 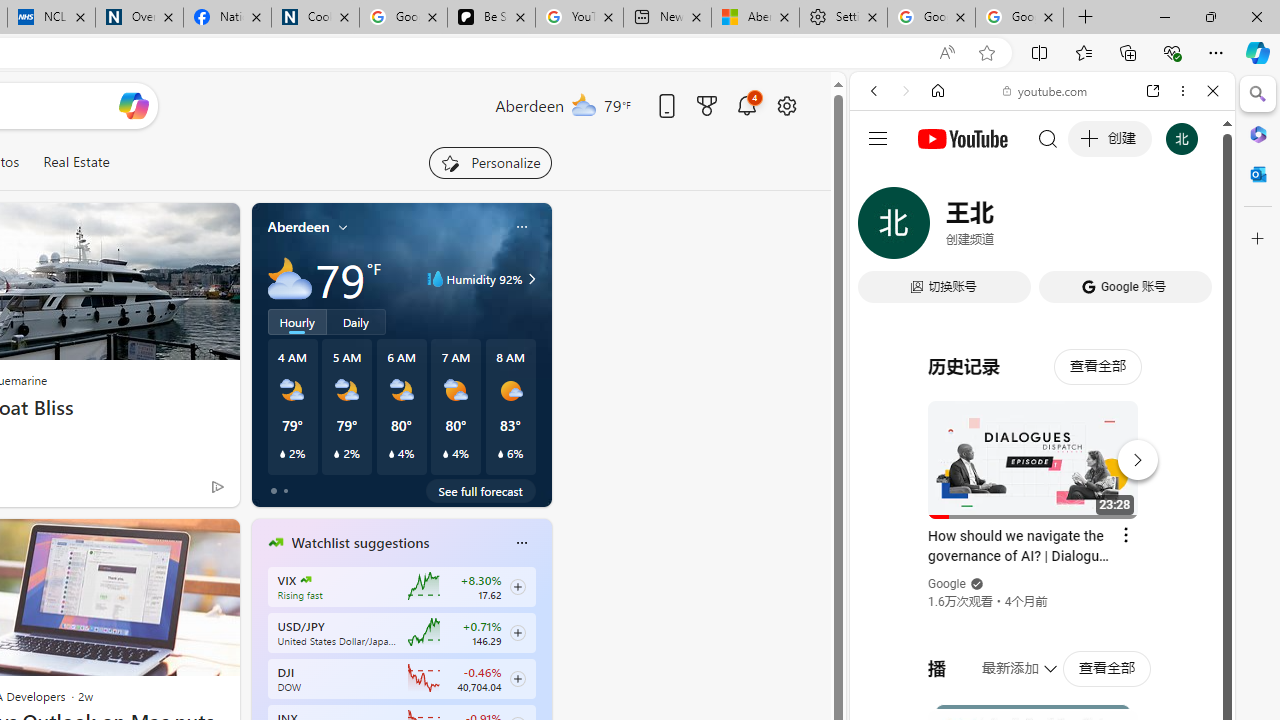 What do you see at coordinates (76, 161) in the screenshot?
I see `'Real Estate'` at bounding box center [76, 161].